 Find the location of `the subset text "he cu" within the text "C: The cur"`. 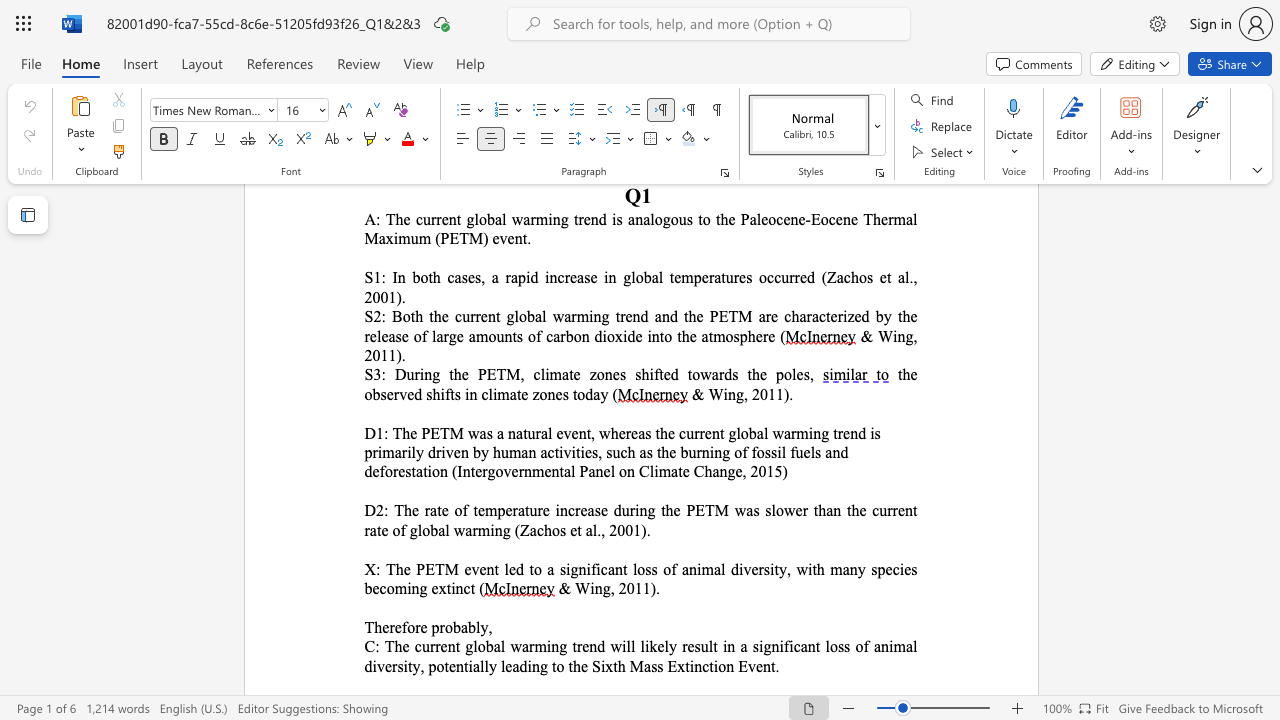

the subset text "he cu" within the text "C: The cur" is located at coordinates (394, 646).